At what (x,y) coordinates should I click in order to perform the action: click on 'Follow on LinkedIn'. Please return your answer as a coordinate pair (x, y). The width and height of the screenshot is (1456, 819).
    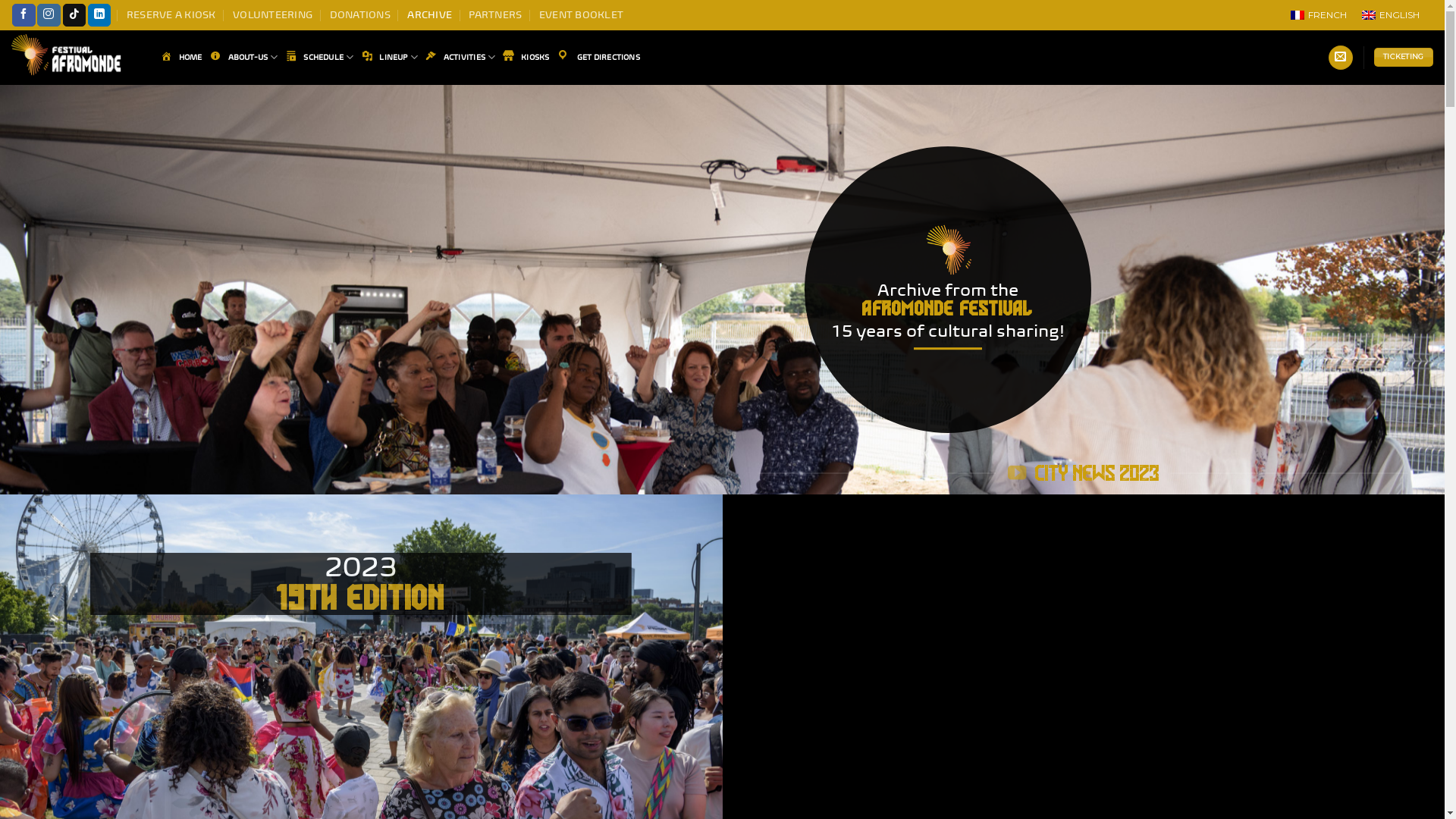
    Looking at the image, I should click on (86, 14).